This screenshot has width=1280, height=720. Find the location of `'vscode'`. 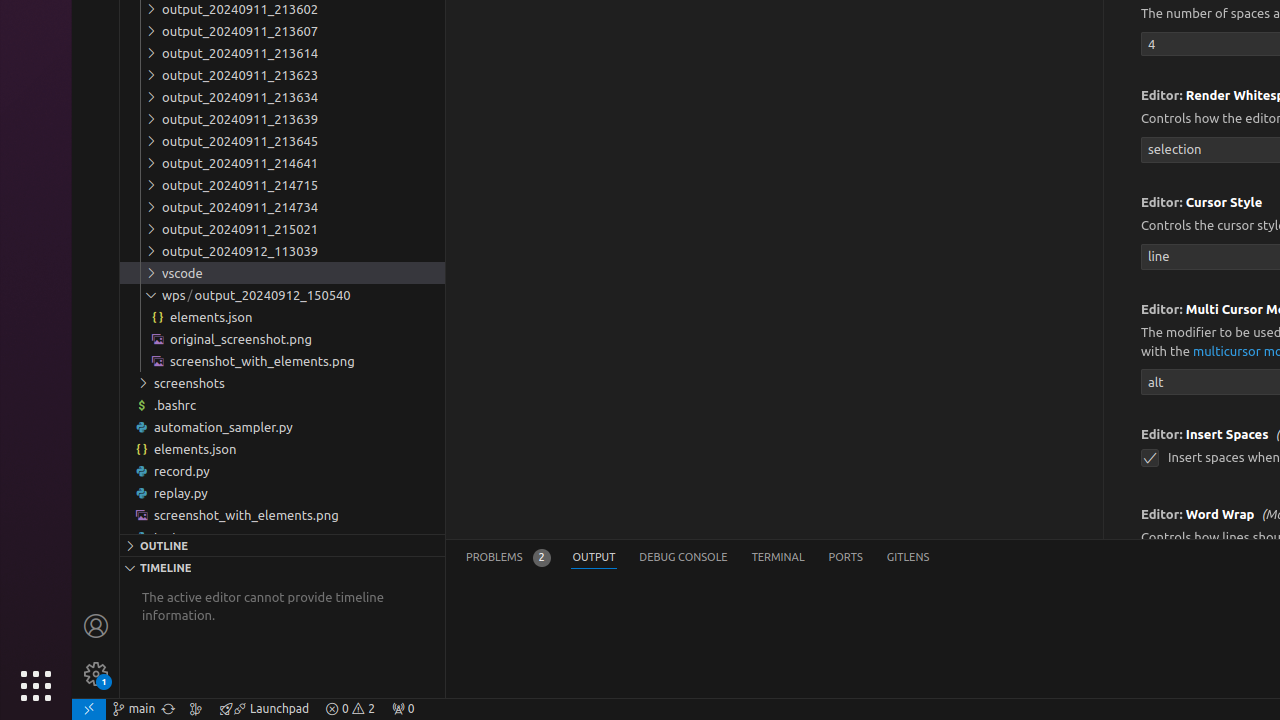

'vscode' is located at coordinates (281, 273).